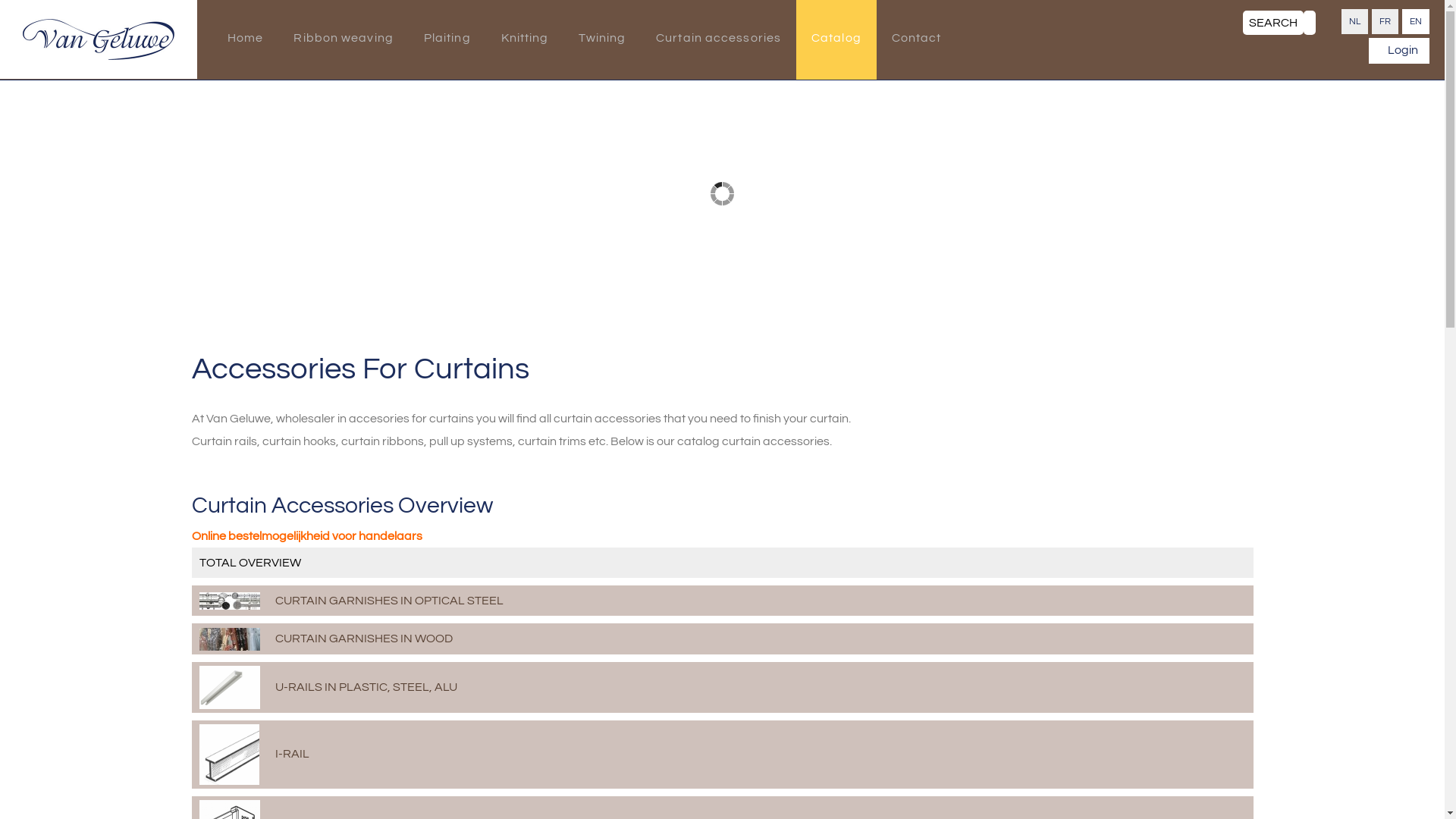 This screenshot has width=1456, height=819. What do you see at coordinates (1242, 23) in the screenshot?
I see `'SEARCH'` at bounding box center [1242, 23].